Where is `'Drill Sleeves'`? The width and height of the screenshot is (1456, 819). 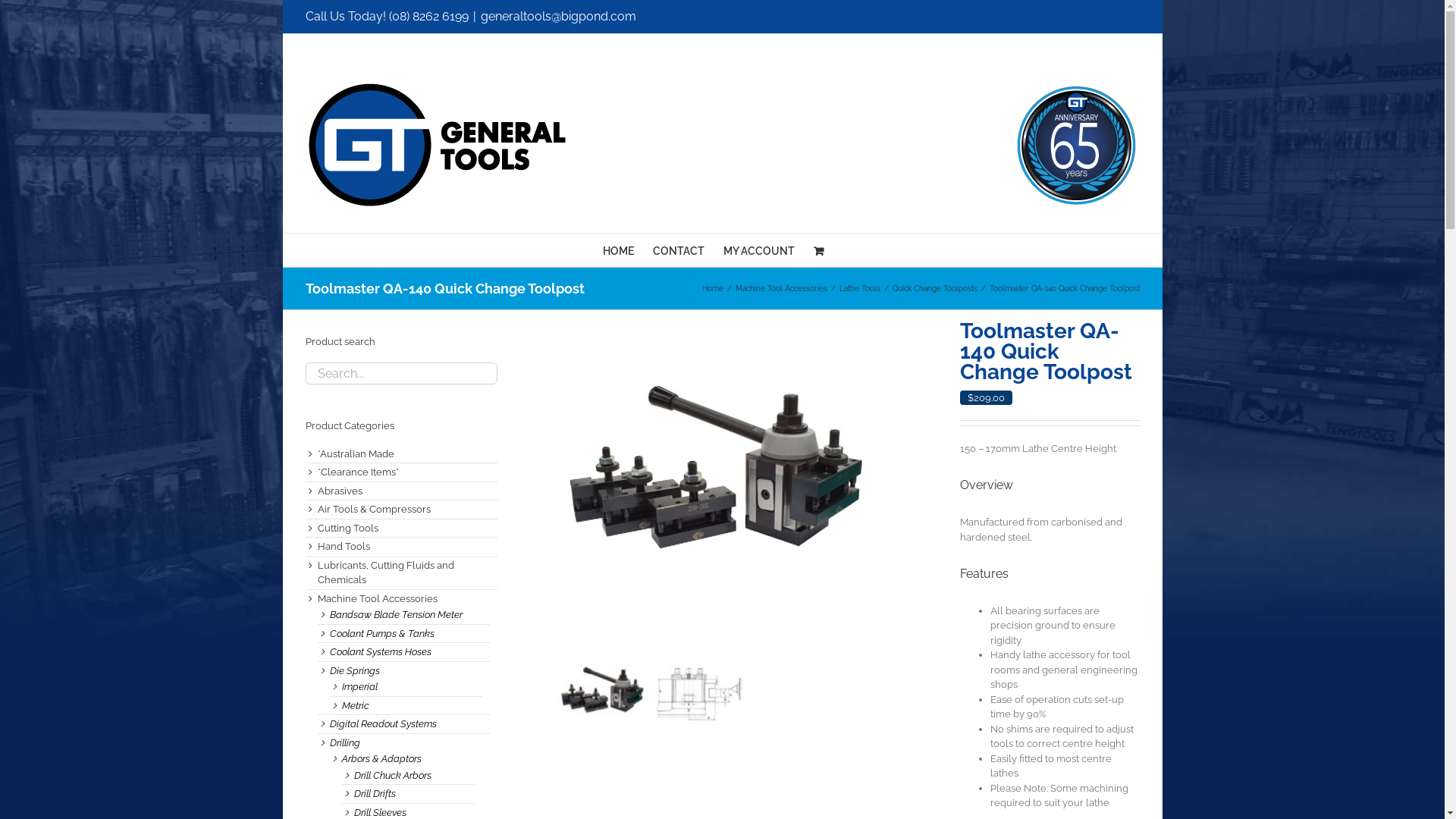 'Drill Sleeves' is located at coordinates (379, 811).